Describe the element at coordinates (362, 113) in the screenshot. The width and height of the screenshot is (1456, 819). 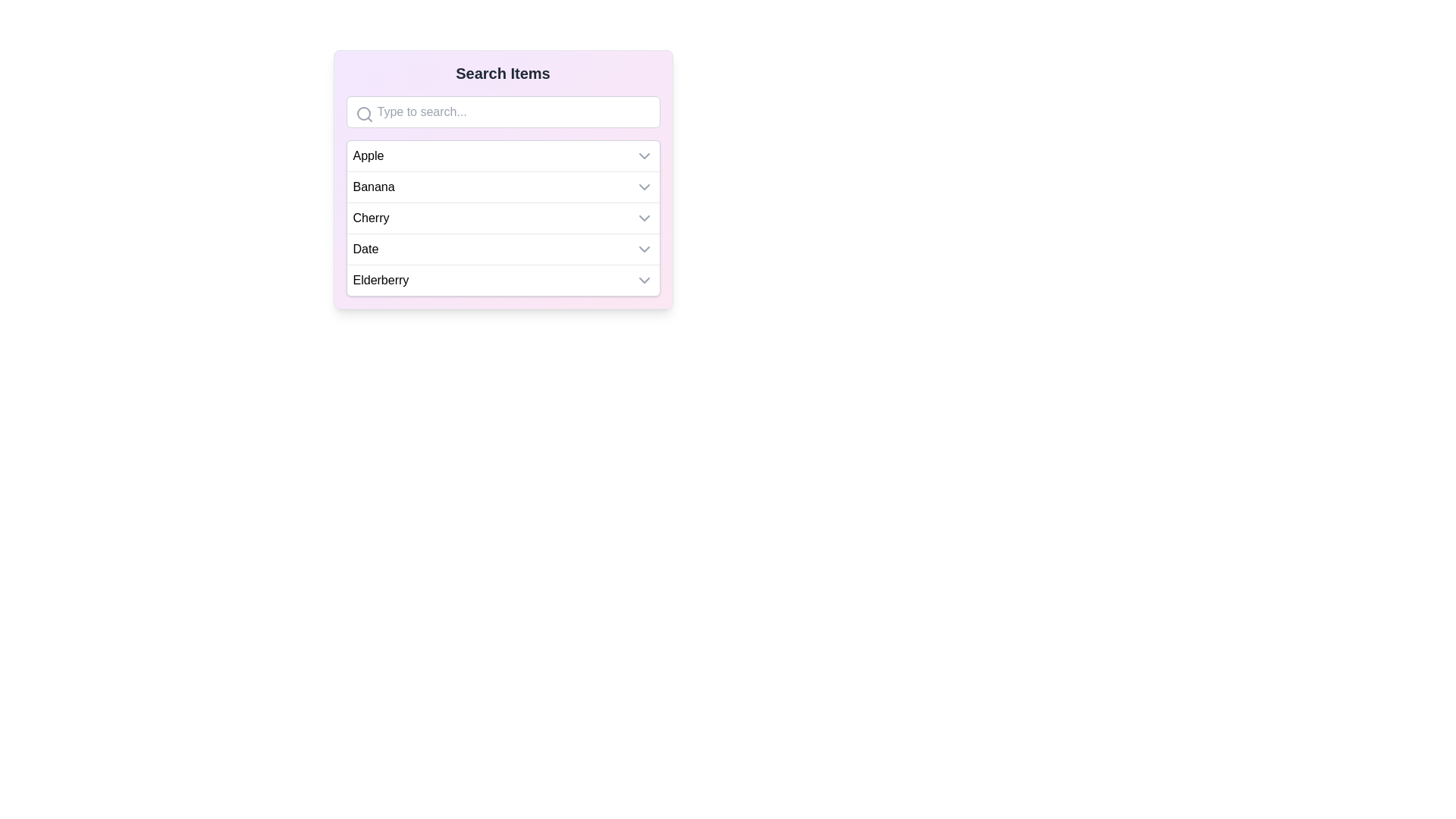
I see `the circular portion of the magnifying glass icon, which represents the search function, located to the left of the input field labeled 'Type to search...'` at that location.